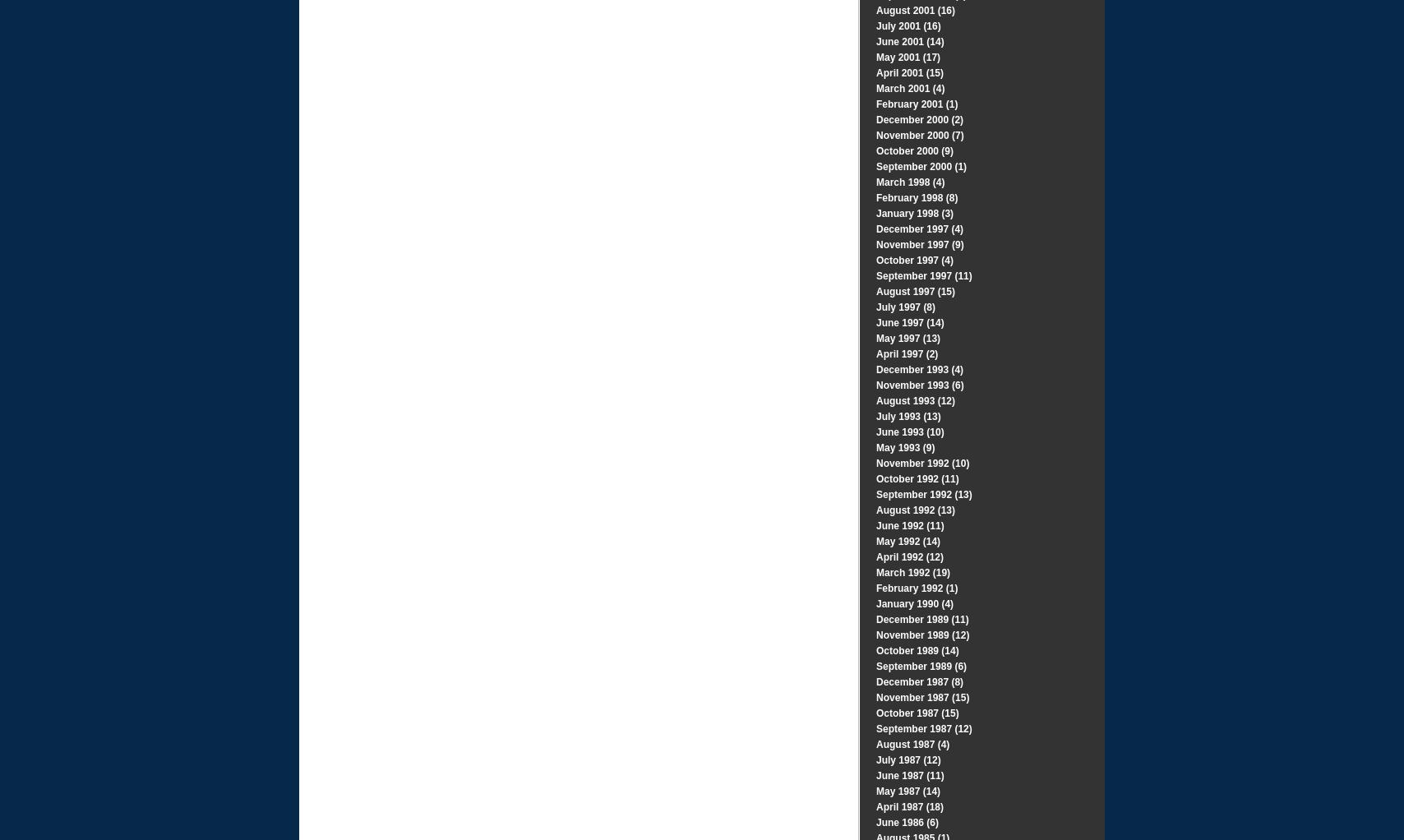 The width and height of the screenshot is (1404, 840). I want to click on 'June 1992 (11)', so click(909, 525).